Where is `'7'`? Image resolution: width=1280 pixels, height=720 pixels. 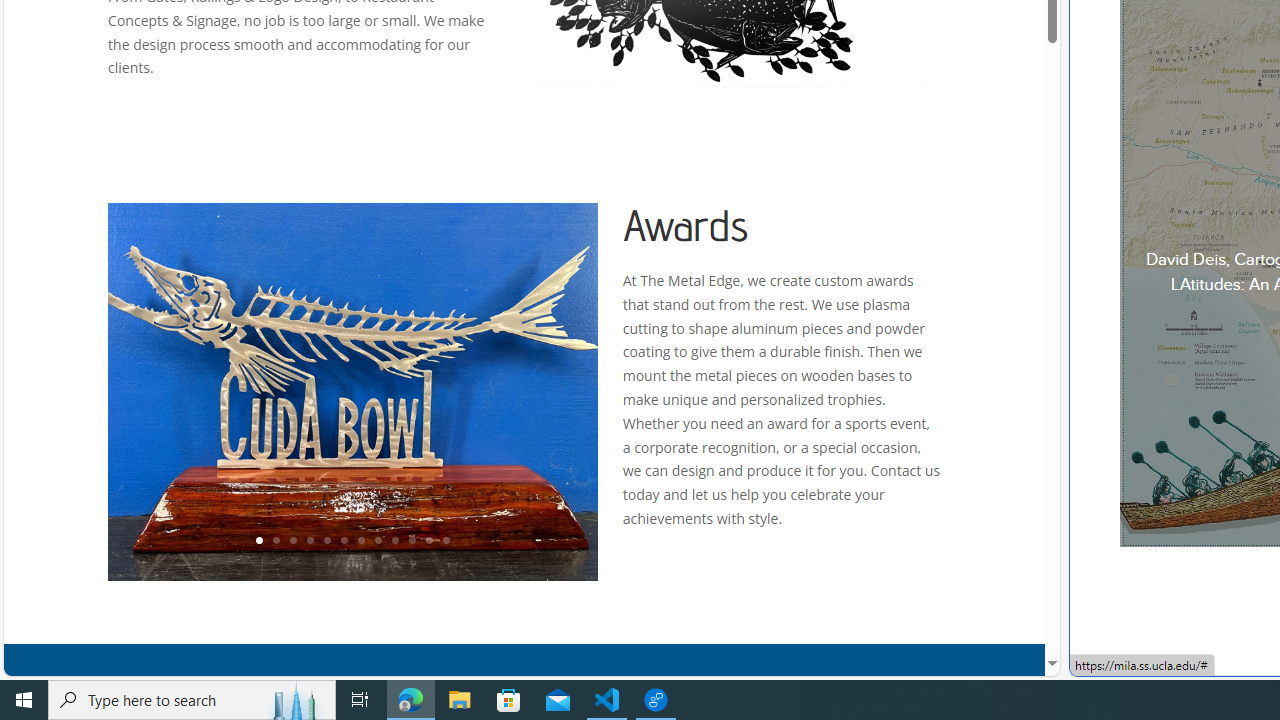
'7' is located at coordinates (360, 541).